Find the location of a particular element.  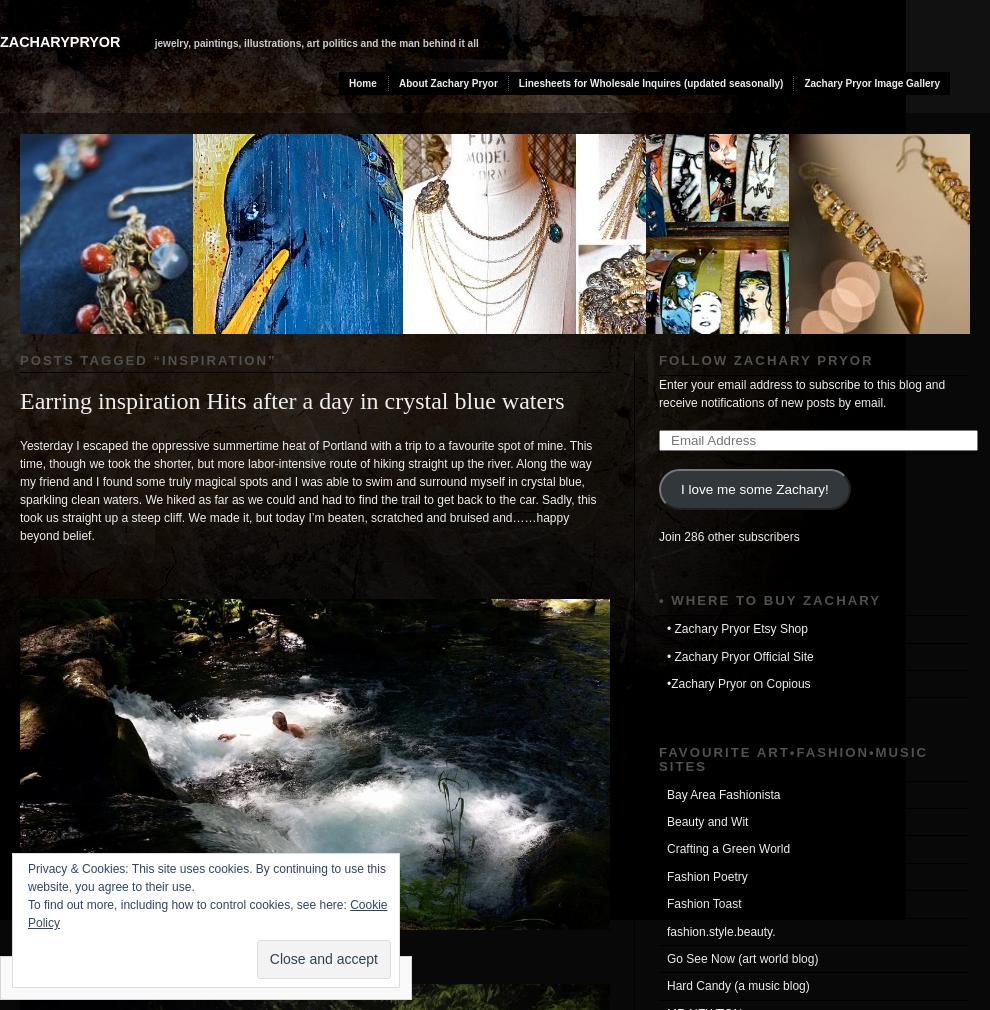

'Join 286 other subscribers' is located at coordinates (659, 536).